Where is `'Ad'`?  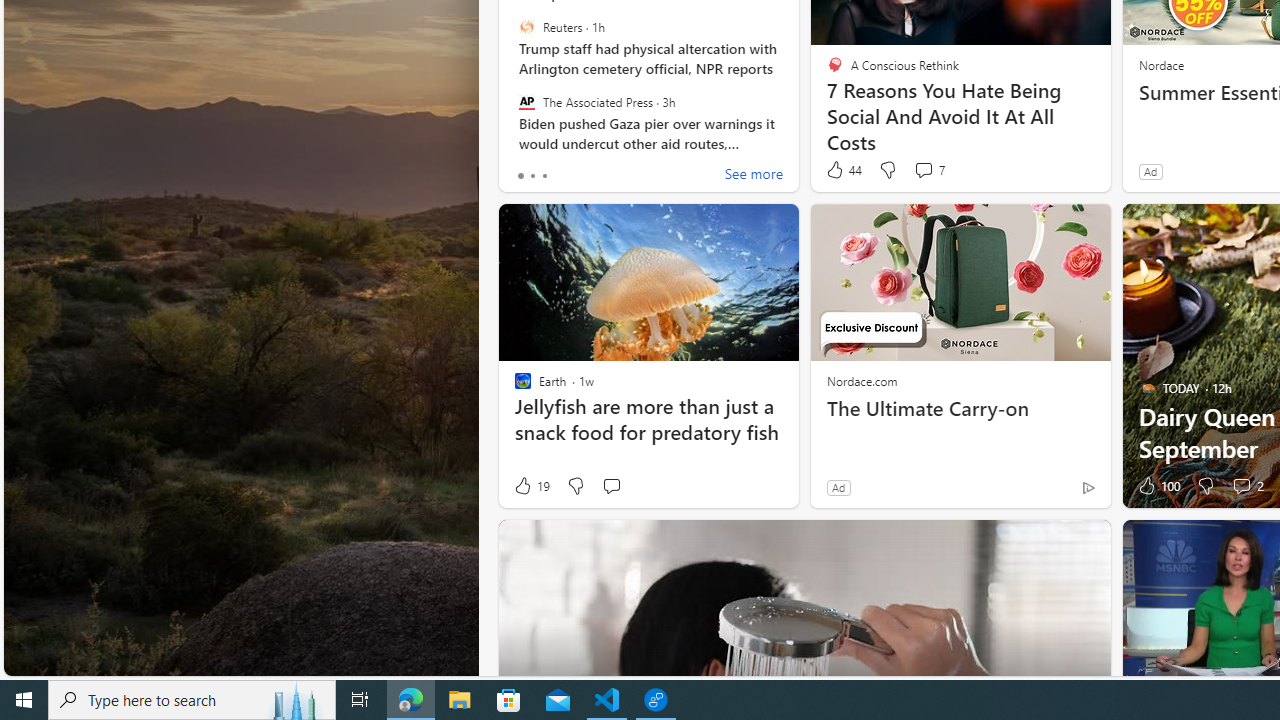 'Ad' is located at coordinates (838, 487).